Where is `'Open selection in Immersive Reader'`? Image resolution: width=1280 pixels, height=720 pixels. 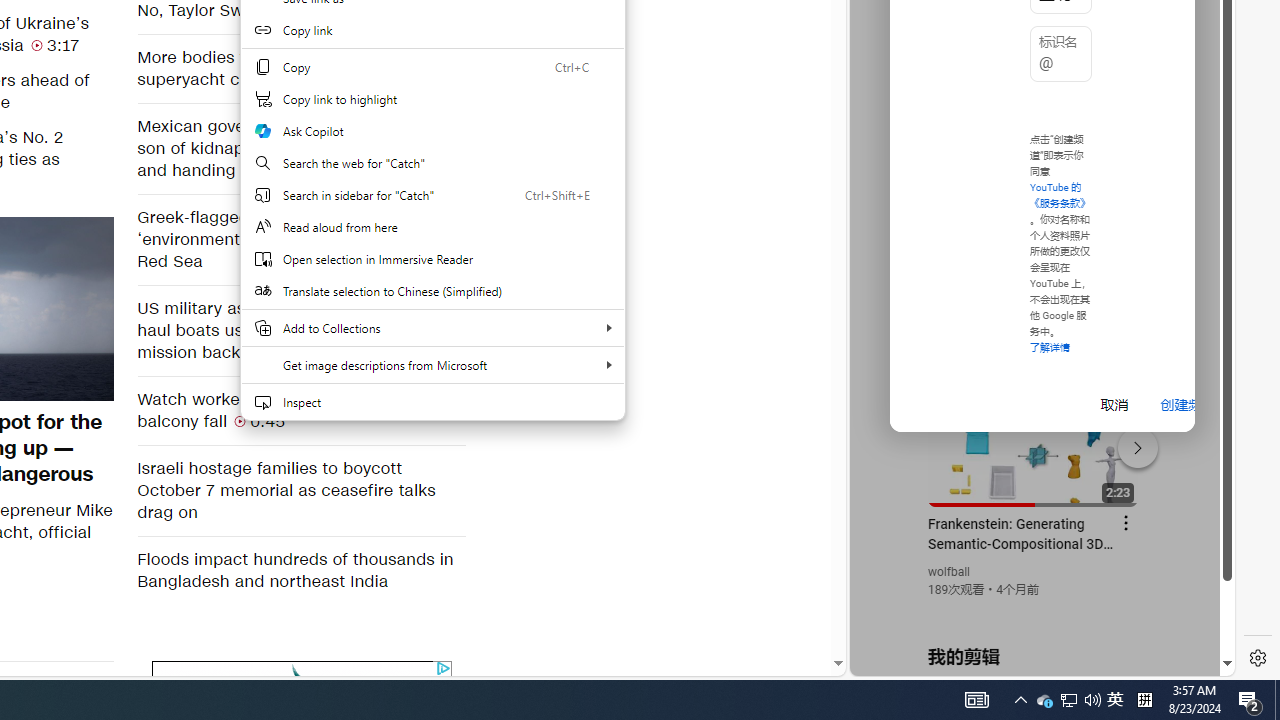
'Open selection in Immersive Reader' is located at coordinates (431, 258).